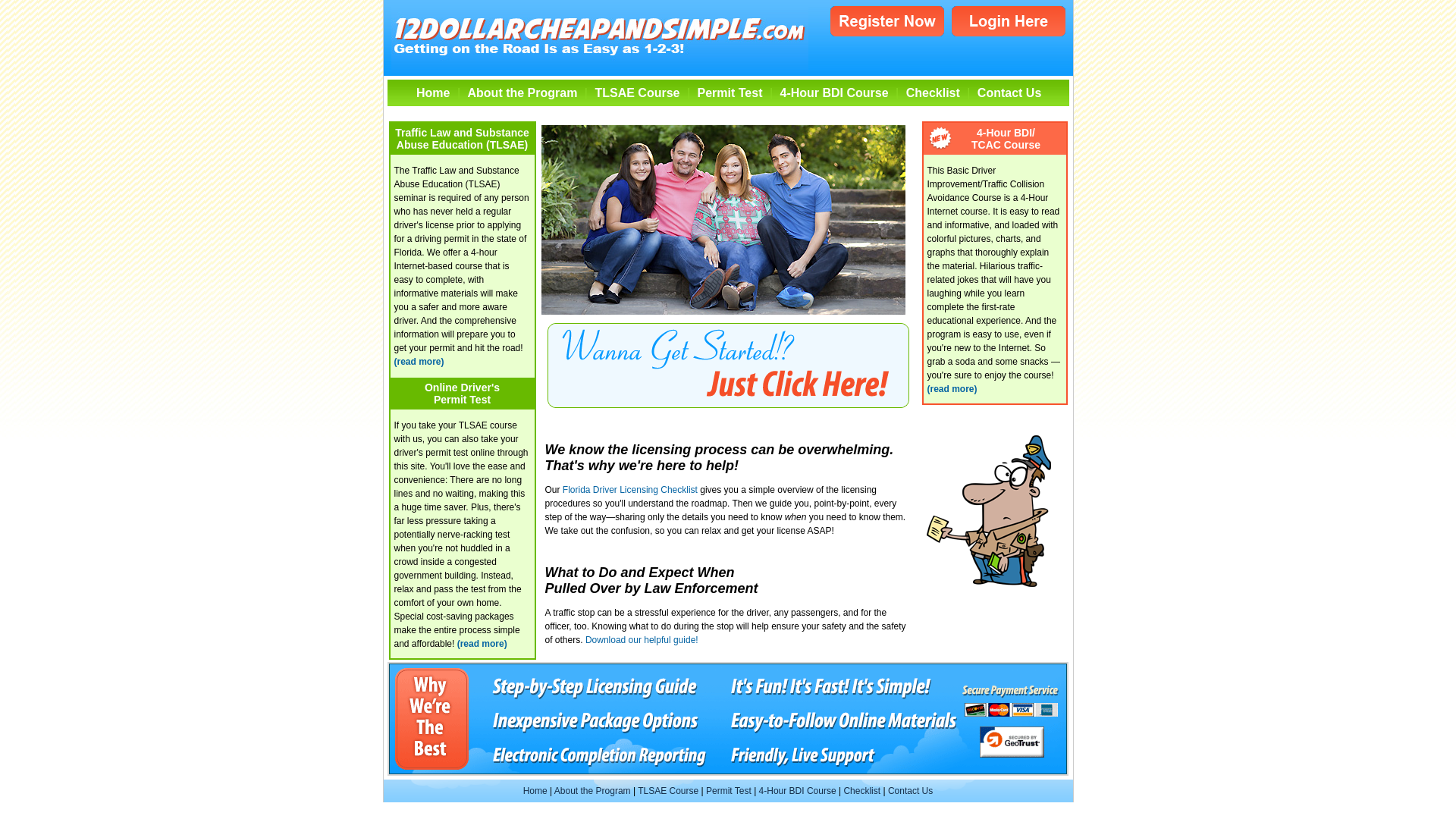  What do you see at coordinates (728, 789) in the screenshot?
I see `'Permit Test'` at bounding box center [728, 789].